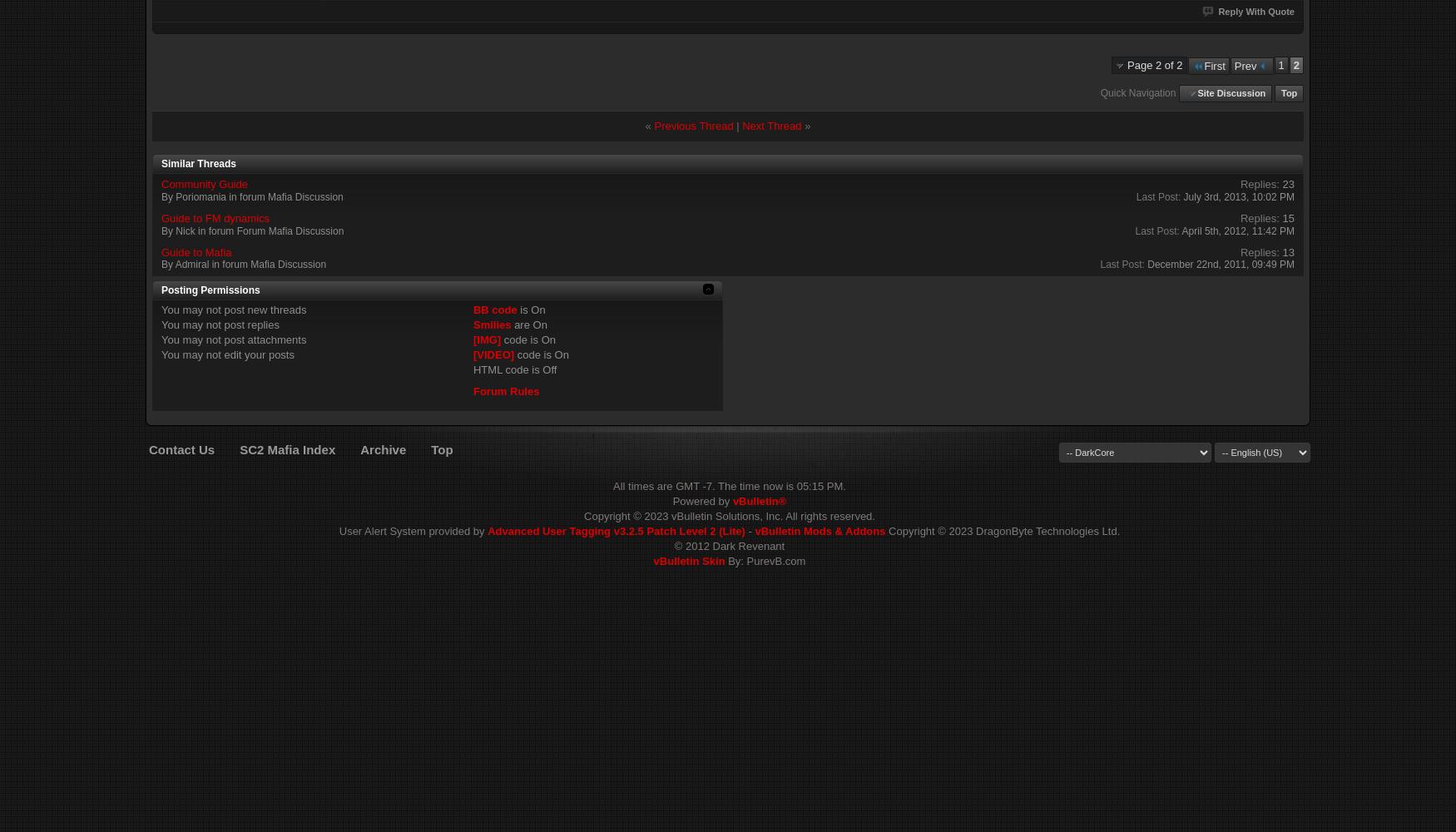 This screenshot has height=832, width=1456. I want to click on 'User Alert System provided by', so click(338, 531).